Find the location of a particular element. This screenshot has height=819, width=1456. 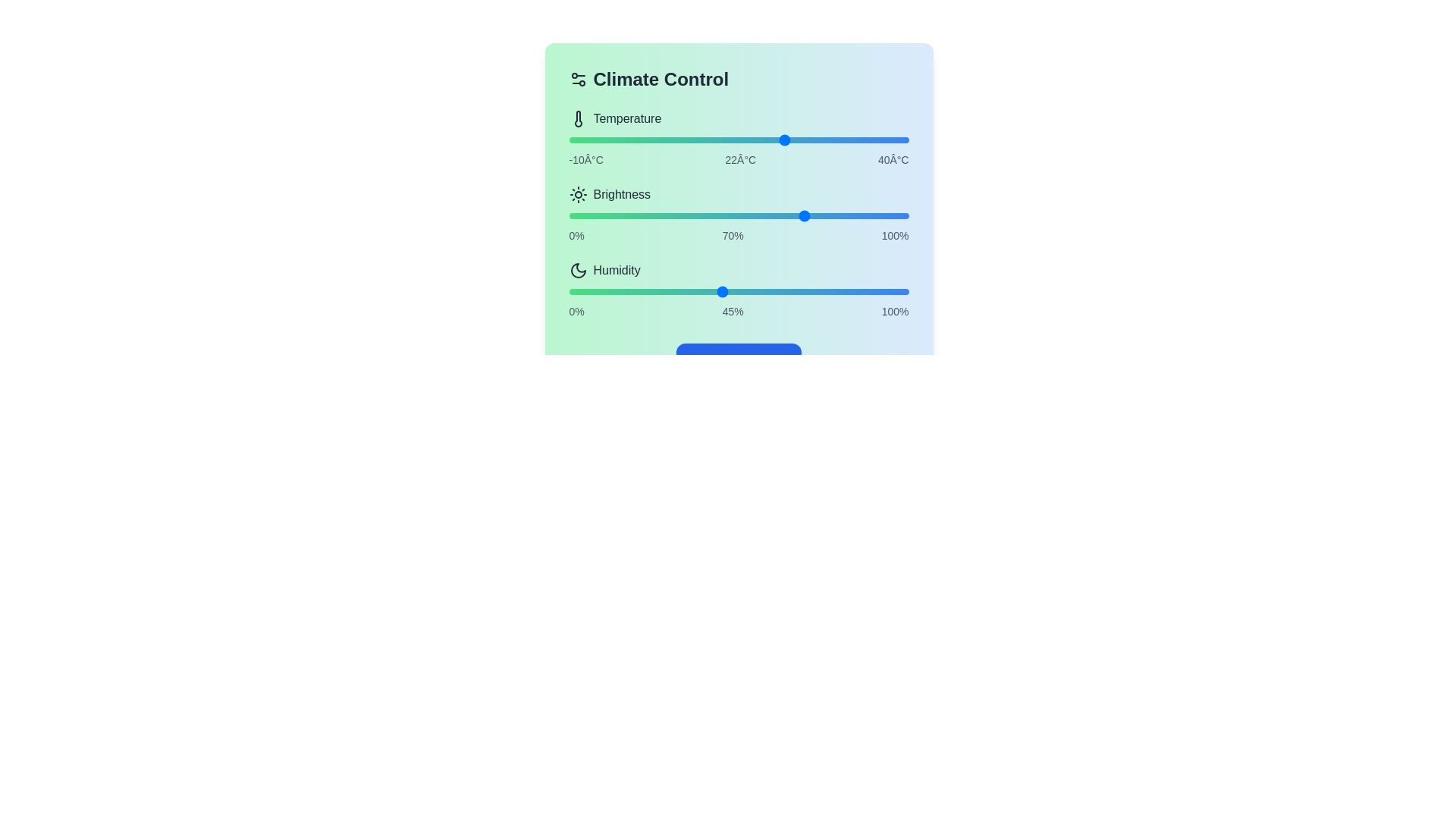

the humidity level is located at coordinates (836, 292).